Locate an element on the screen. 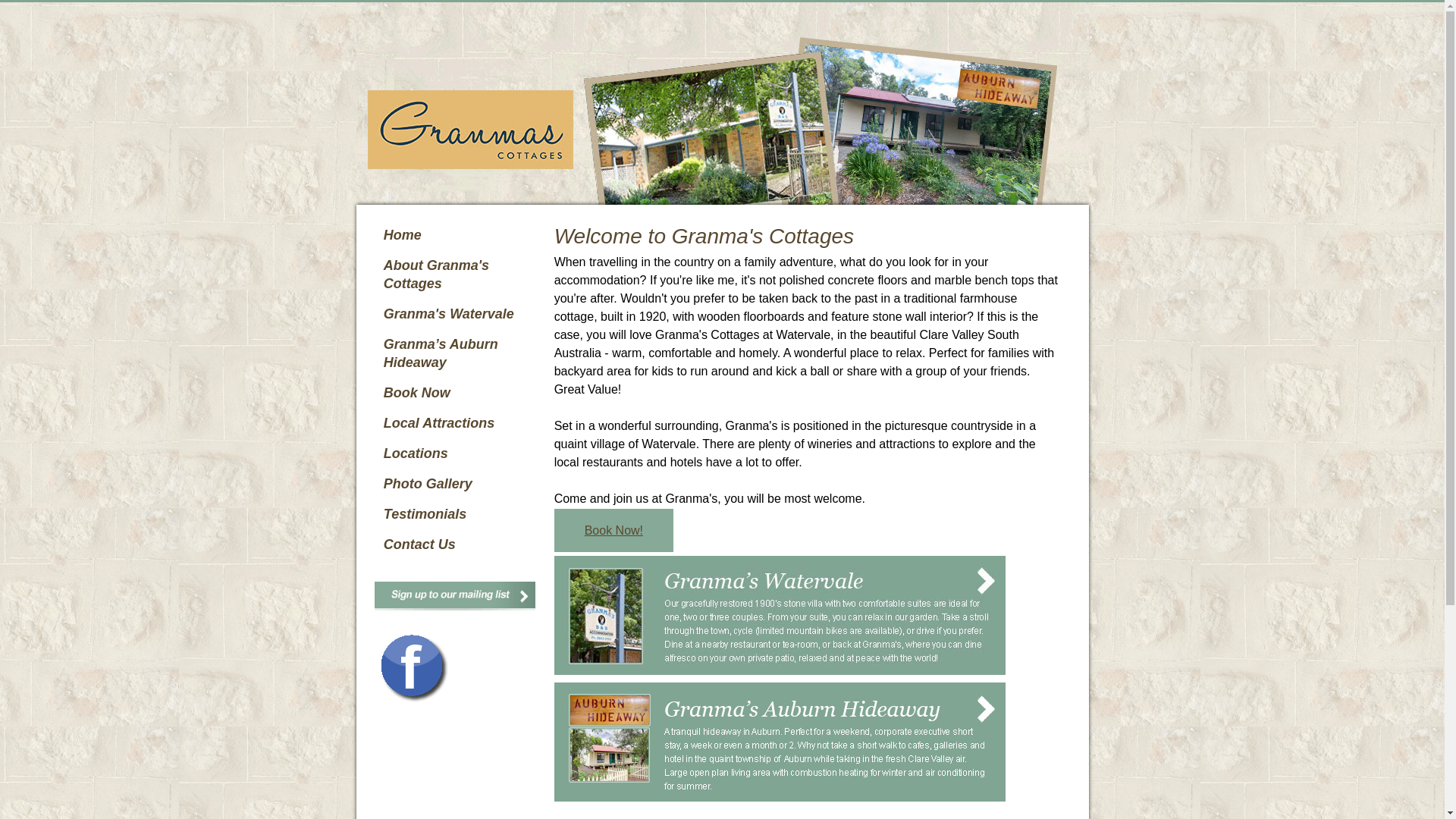 The height and width of the screenshot is (819, 1456). 'Photo Gallery' is located at coordinates (457, 483).